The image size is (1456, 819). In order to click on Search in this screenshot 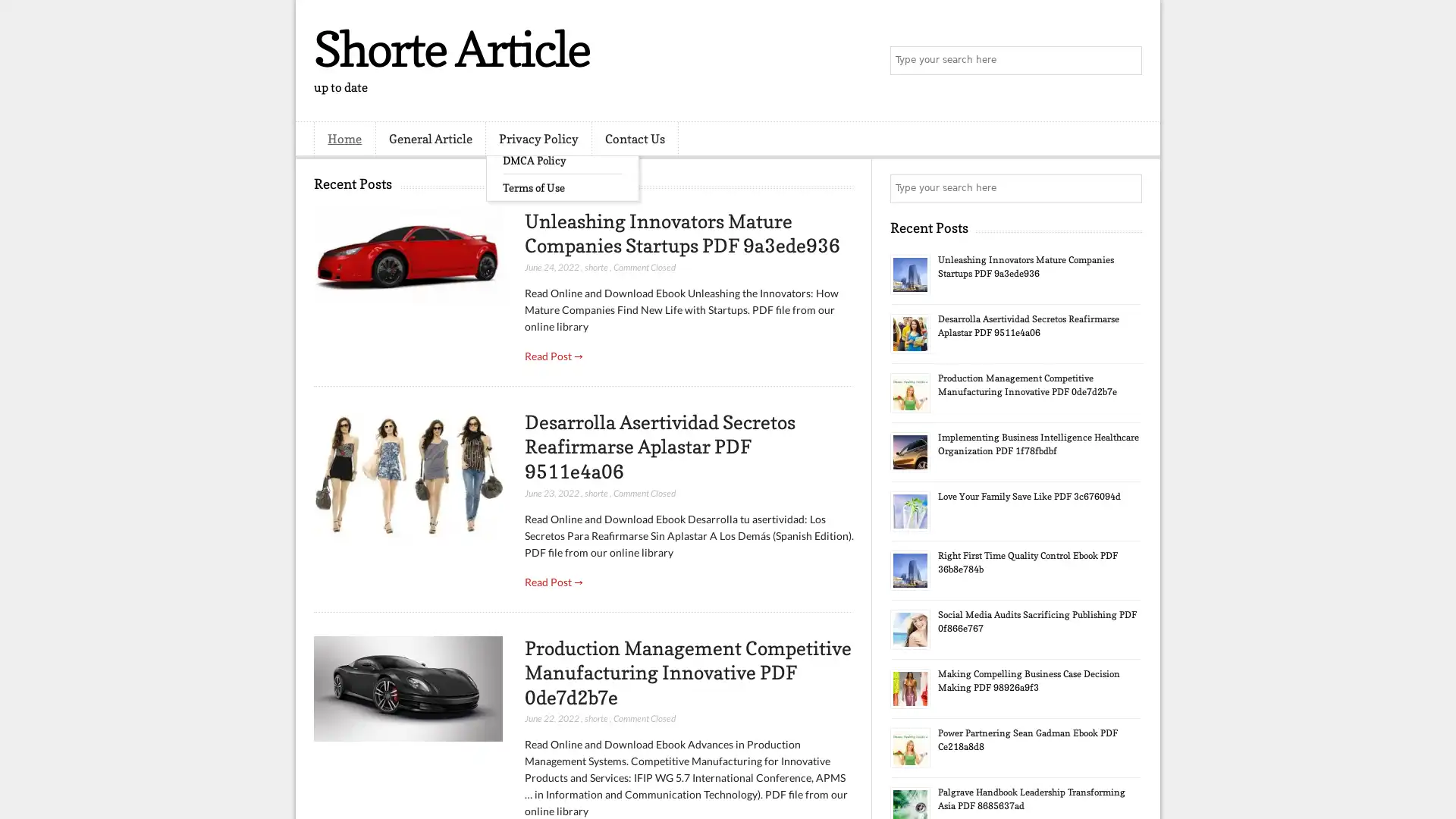, I will do `click(1126, 61)`.